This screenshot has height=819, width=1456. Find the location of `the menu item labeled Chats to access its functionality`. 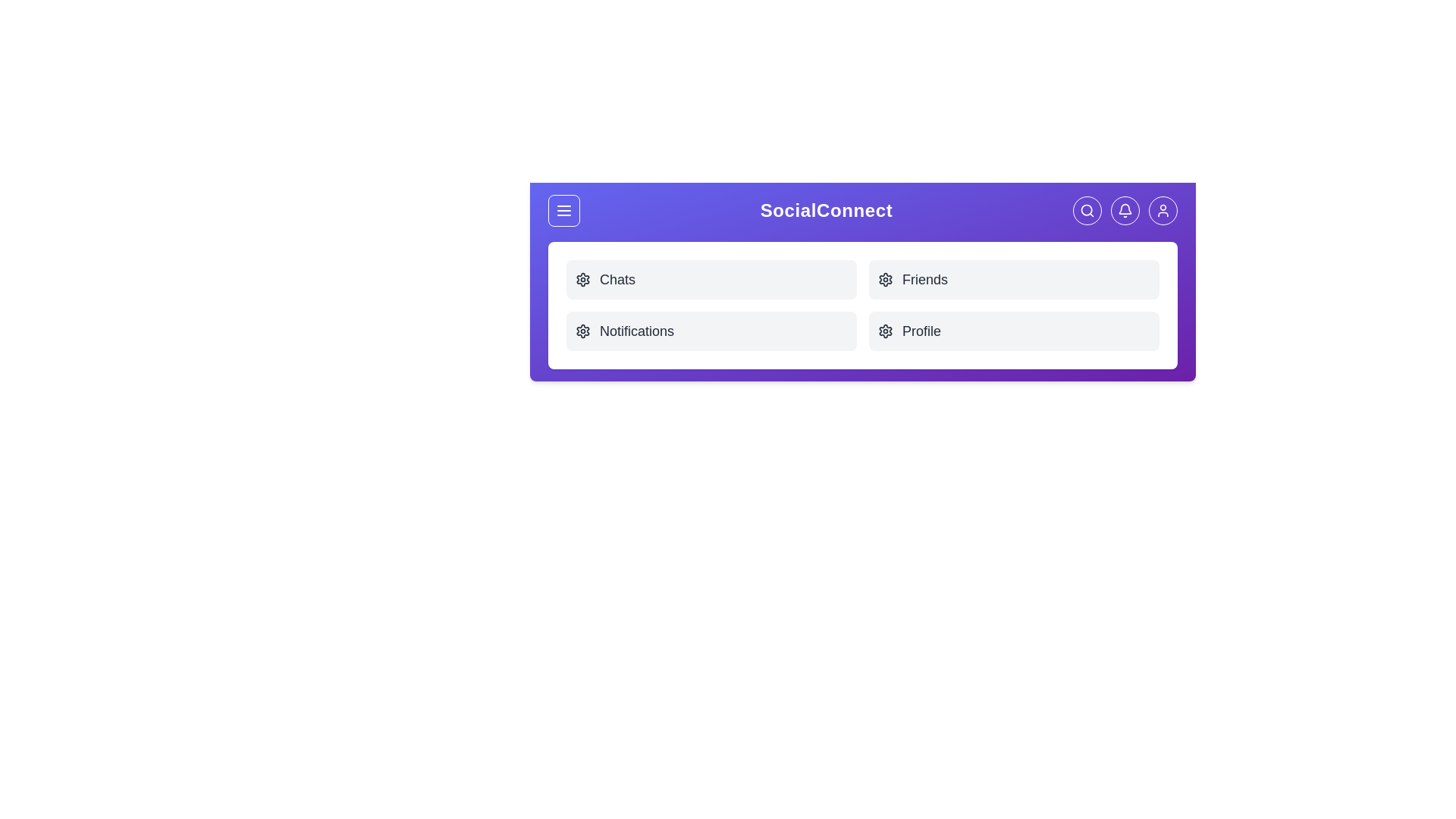

the menu item labeled Chats to access its functionality is located at coordinates (711, 280).